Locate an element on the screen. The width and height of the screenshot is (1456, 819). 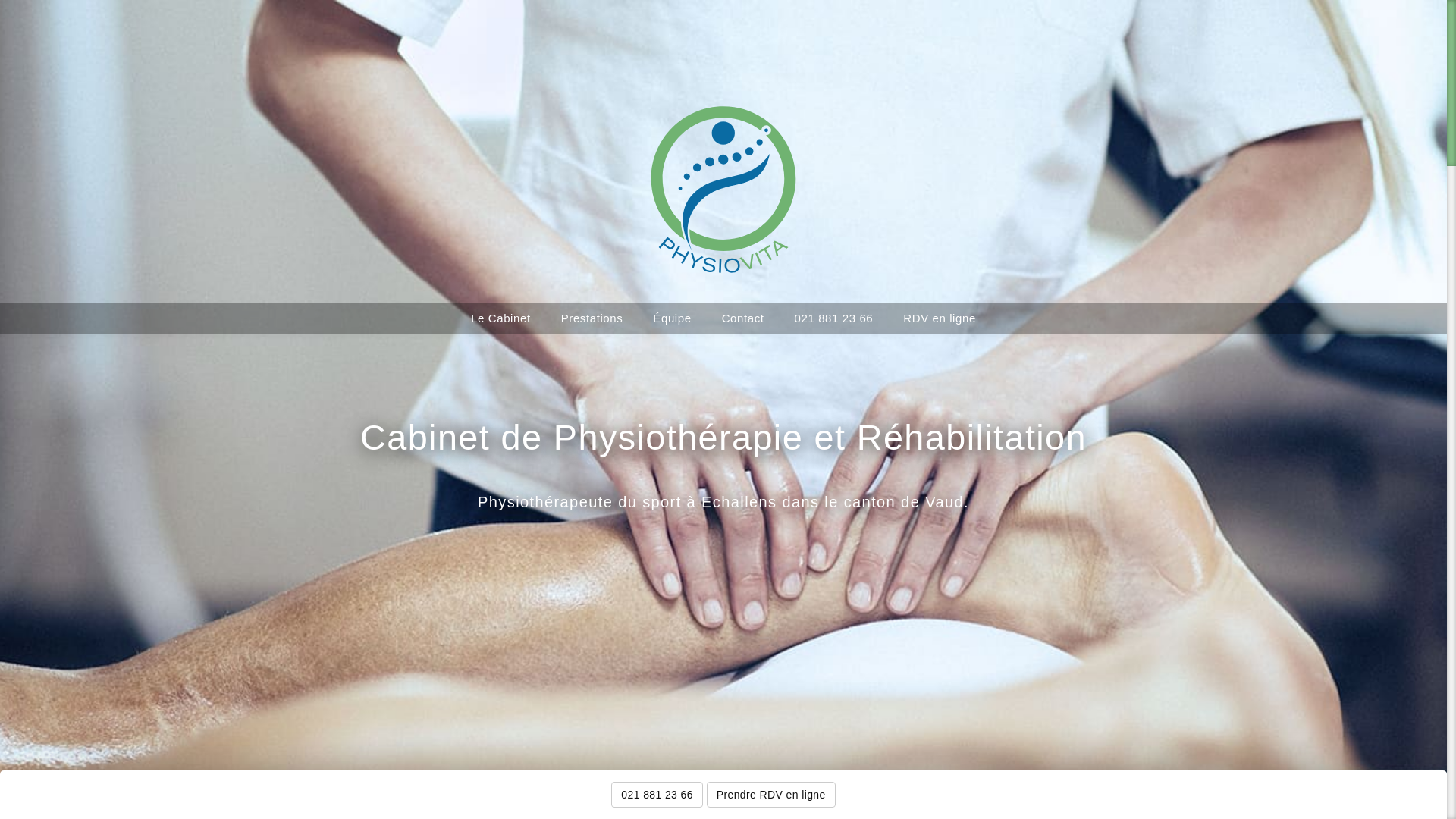
'Contact' is located at coordinates (709, 318).